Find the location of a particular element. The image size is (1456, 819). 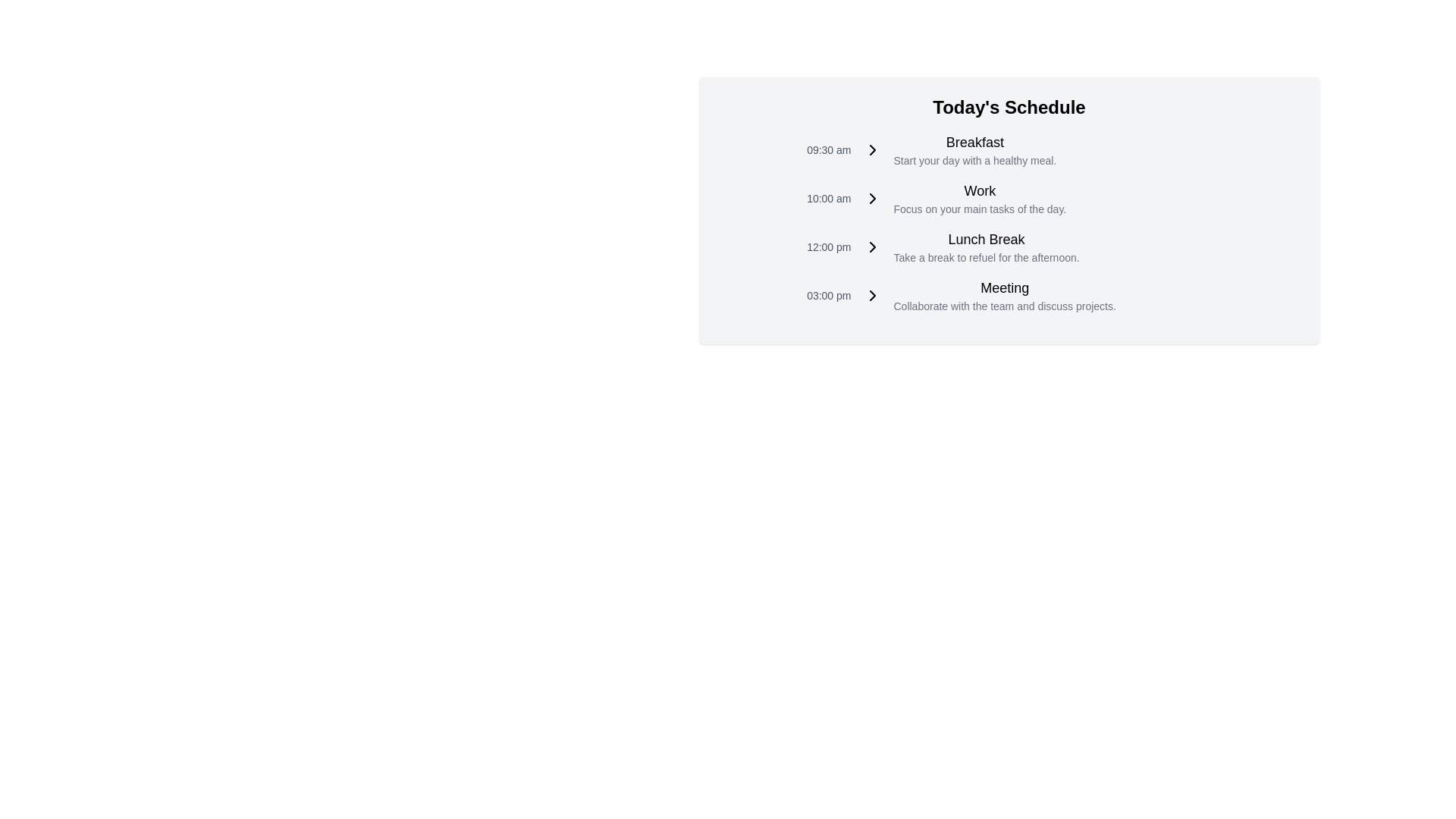

the chevron icon indicating navigation or expansion functionality related to the '03:00 pm Meeting' schedule item is located at coordinates (872, 295).